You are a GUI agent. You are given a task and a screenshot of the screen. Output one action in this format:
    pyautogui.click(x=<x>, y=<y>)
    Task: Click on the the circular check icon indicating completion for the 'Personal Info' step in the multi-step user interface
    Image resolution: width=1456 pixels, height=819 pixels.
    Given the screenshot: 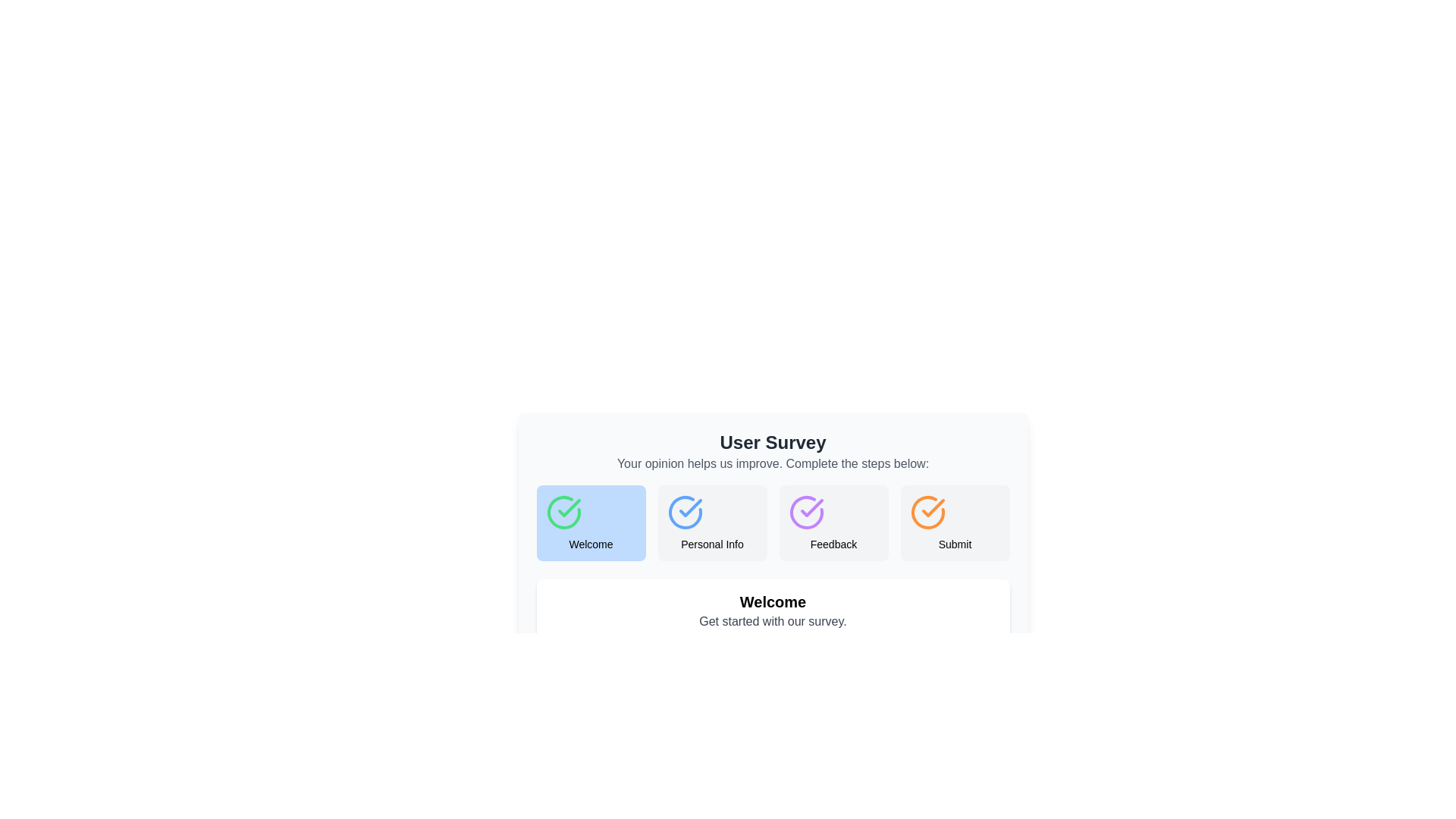 What is the action you would take?
    pyautogui.click(x=684, y=512)
    